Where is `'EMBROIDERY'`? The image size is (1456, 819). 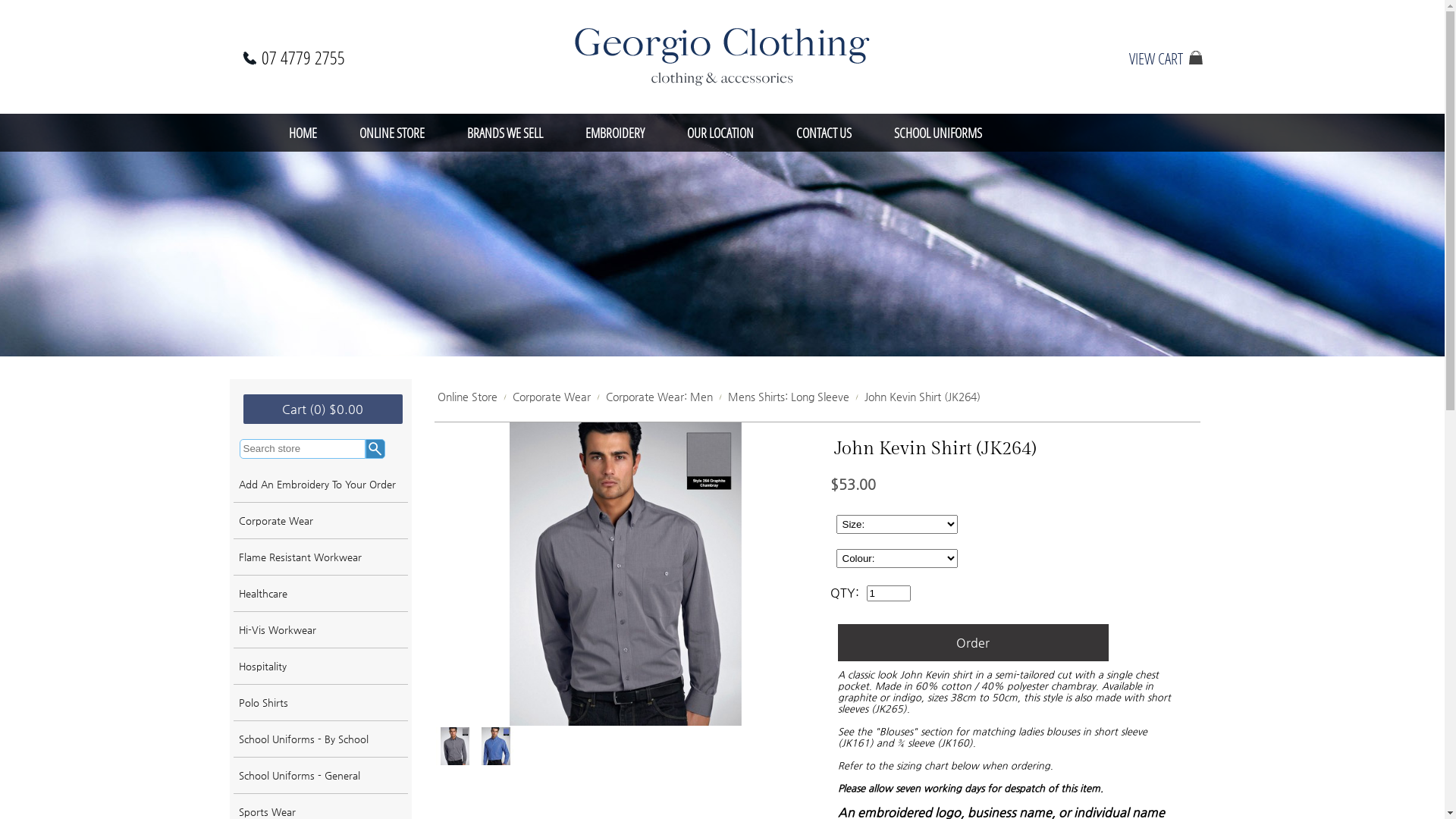 'EMBROIDERY' is located at coordinates (563, 131).